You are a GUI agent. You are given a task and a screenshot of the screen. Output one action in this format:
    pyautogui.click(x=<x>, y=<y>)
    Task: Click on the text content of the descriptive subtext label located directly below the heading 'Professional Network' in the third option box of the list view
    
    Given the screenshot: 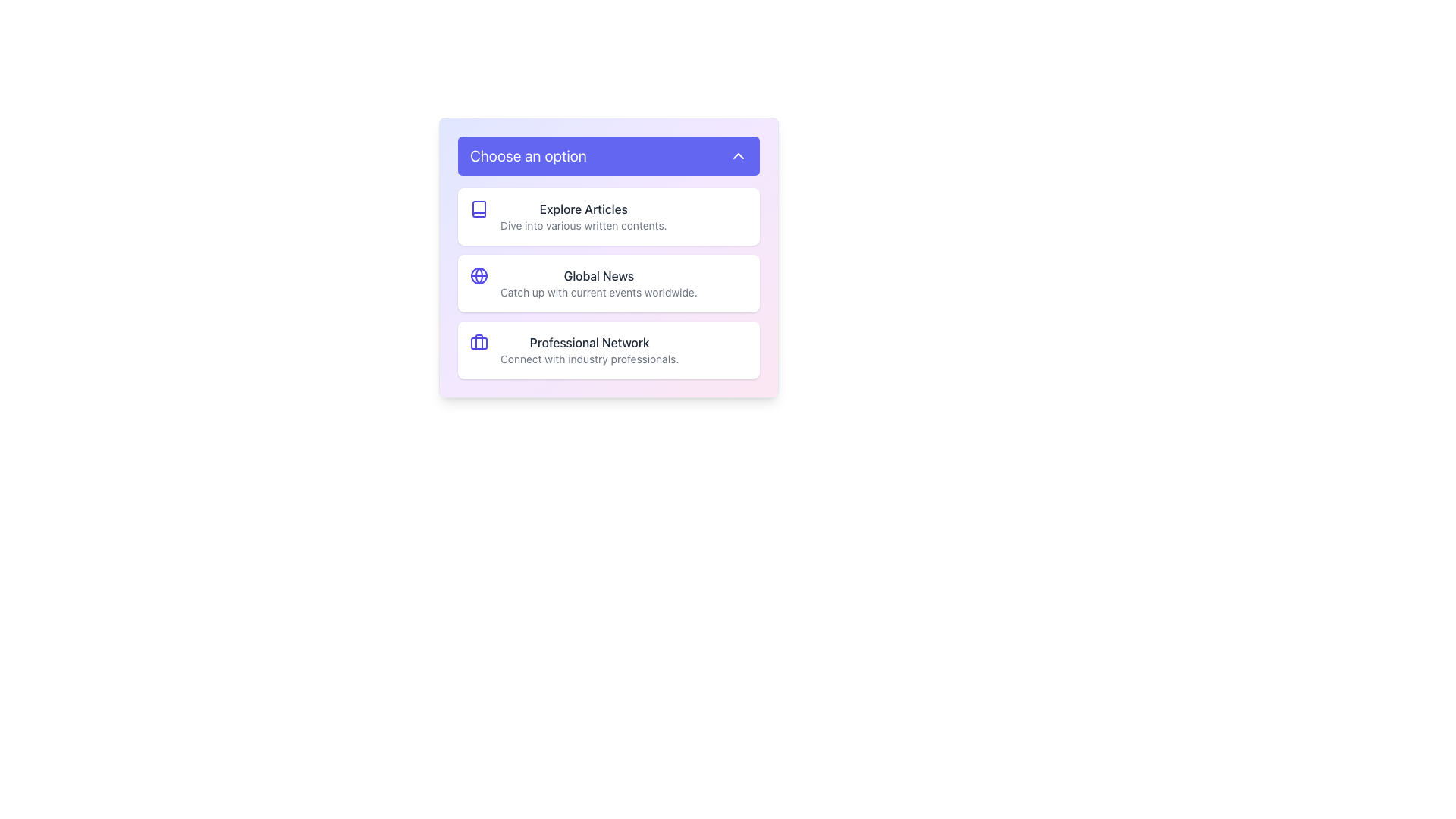 What is the action you would take?
    pyautogui.click(x=588, y=359)
    